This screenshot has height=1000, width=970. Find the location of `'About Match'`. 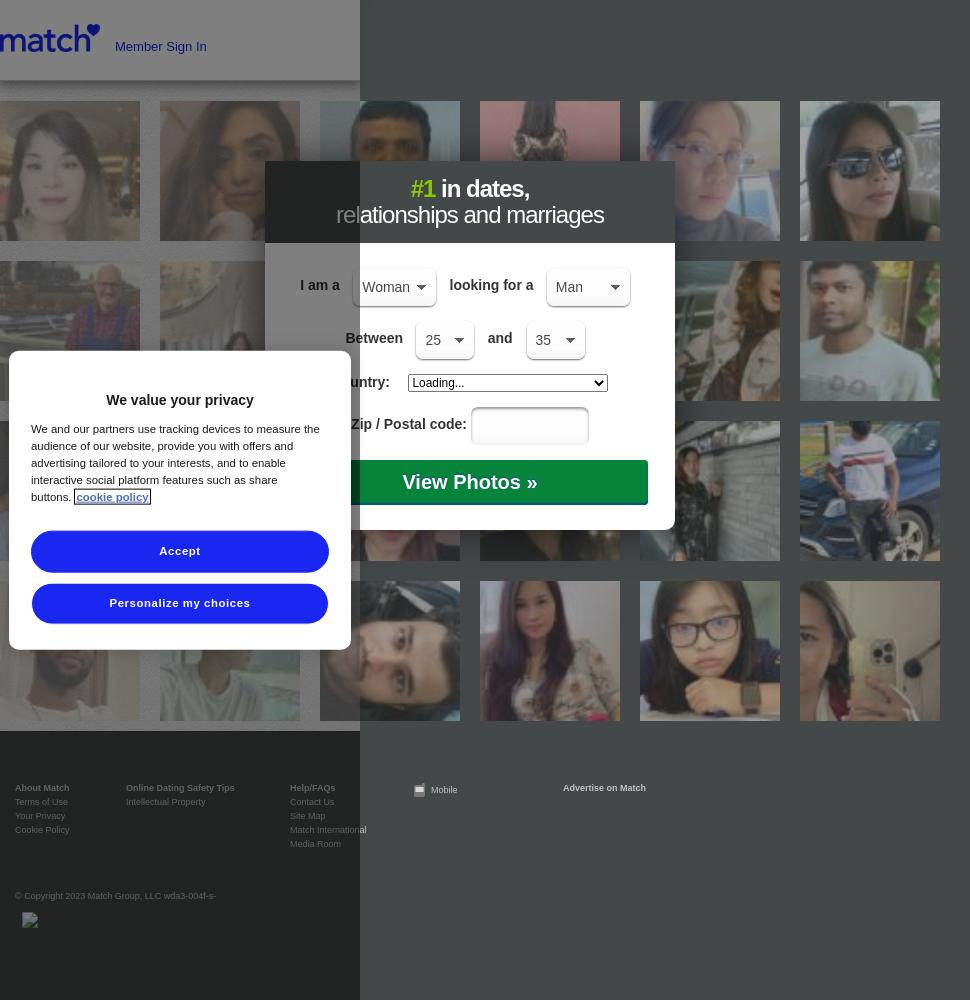

'About Match' is located at coordinates (42, 788).